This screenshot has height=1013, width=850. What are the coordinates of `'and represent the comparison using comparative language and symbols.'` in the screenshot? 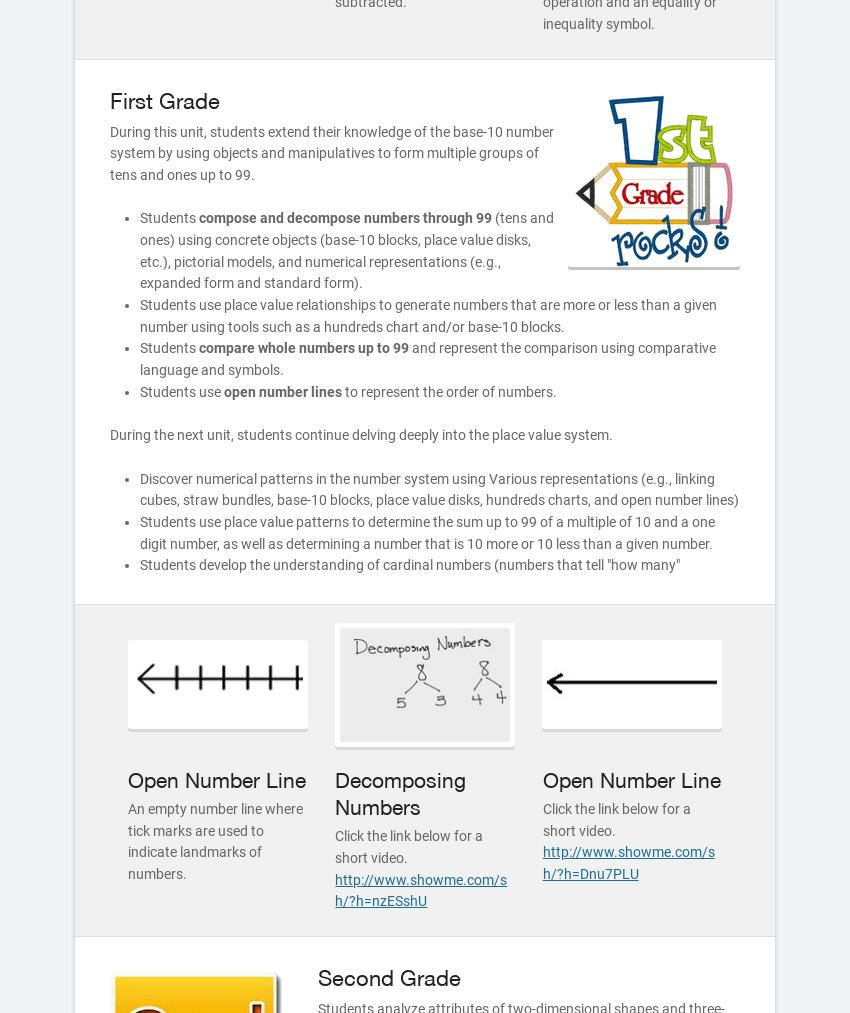 It's located at (139, 359).